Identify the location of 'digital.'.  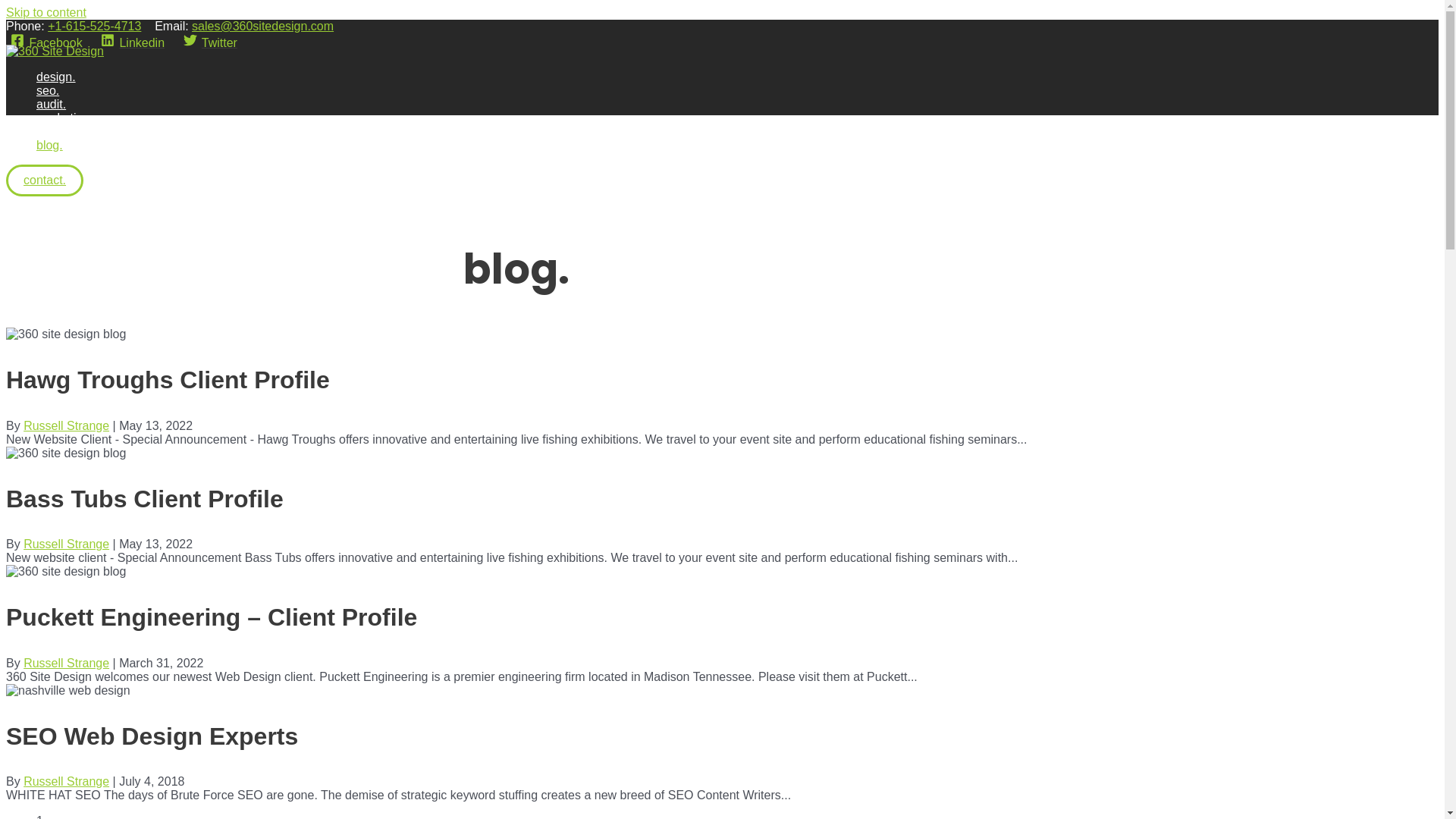
(65, 130).